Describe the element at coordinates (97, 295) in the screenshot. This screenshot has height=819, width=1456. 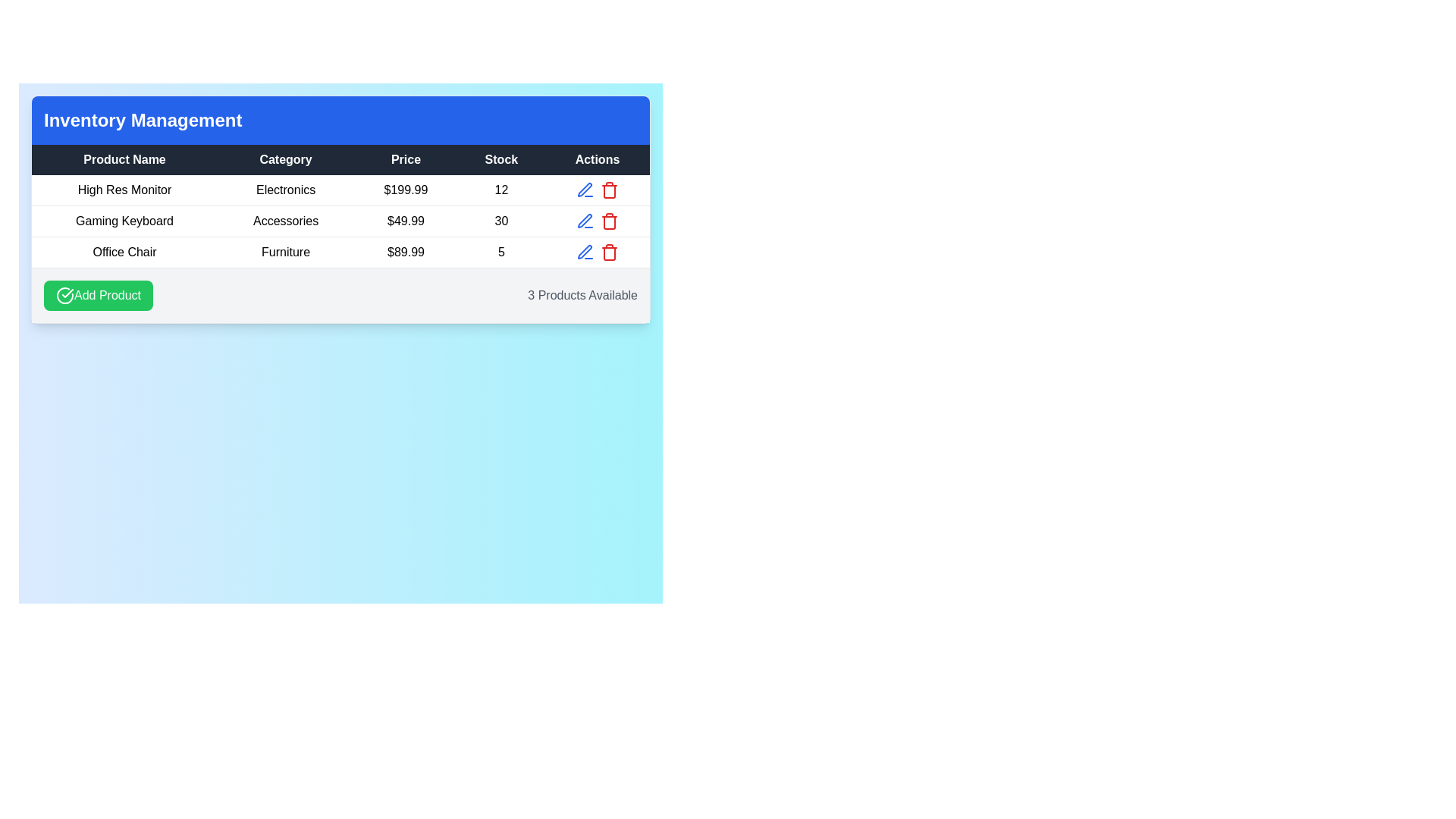
I see `the button located in the bottom left corner of the 'Inventory Management' panel` at that location.